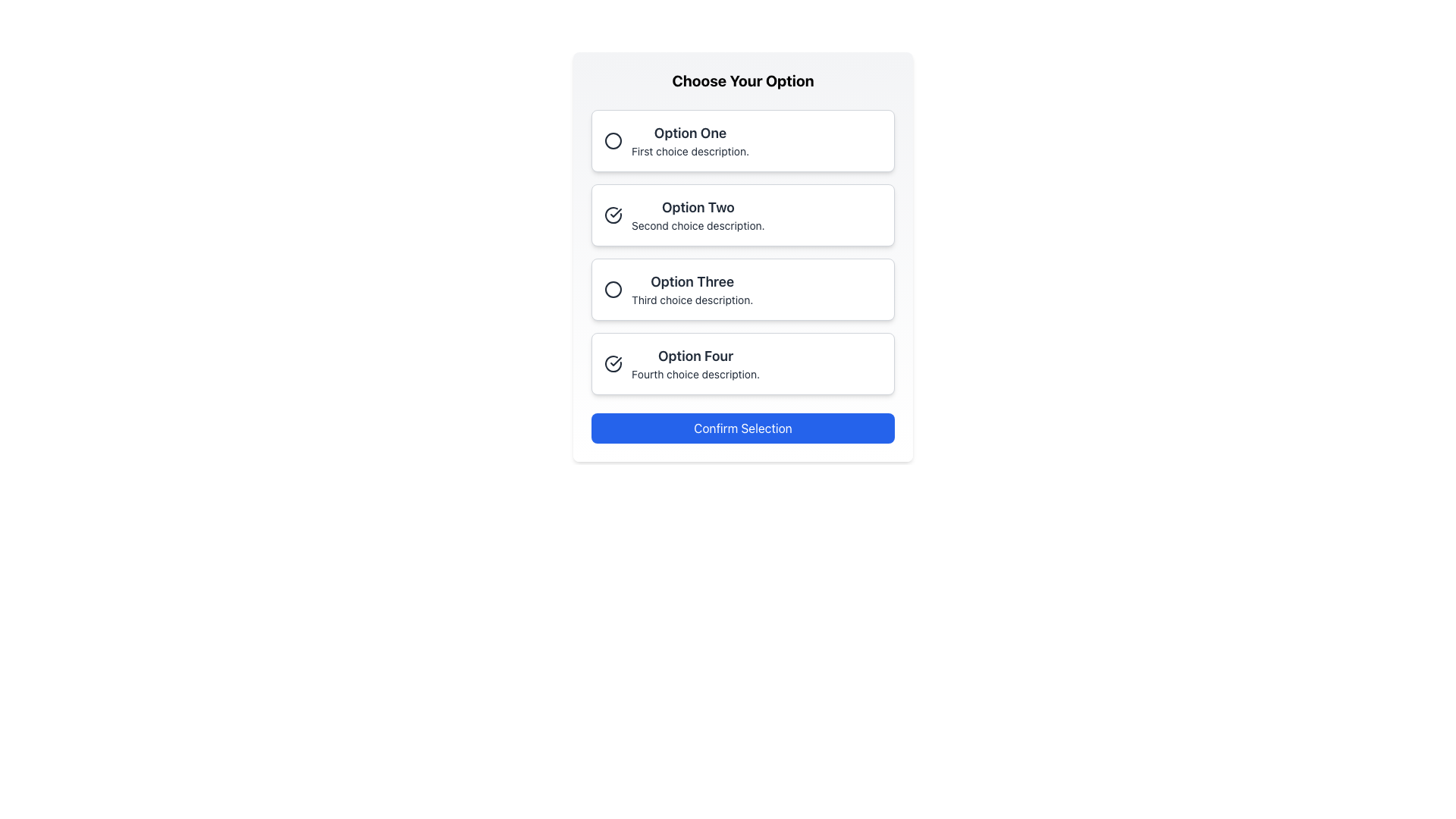  Describe the element at coordinates (742, 215) in the screenshot. I see `the second clickable card in the vertical list of options` at that location.